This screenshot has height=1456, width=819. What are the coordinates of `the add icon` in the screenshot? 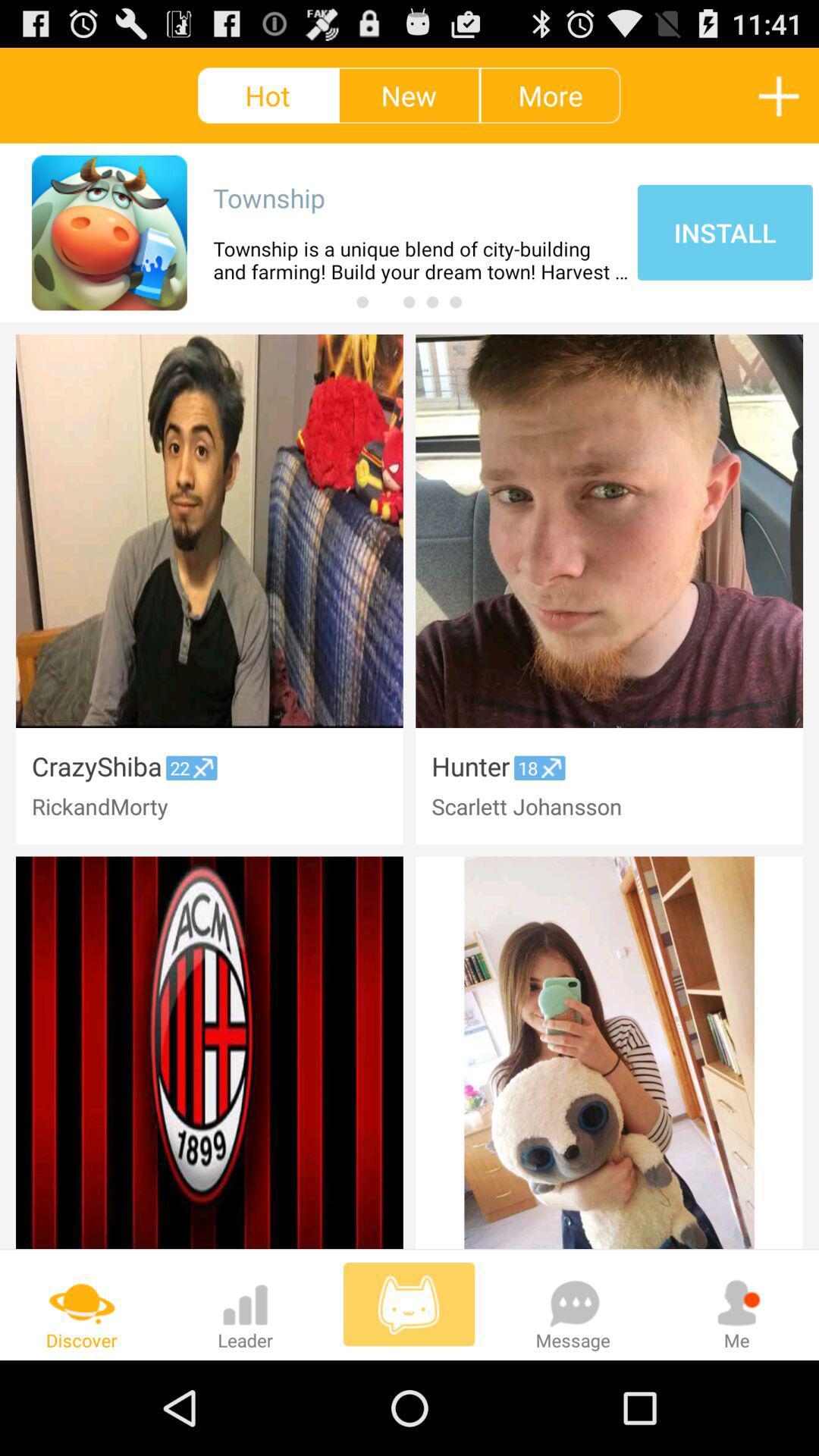 It's located at (779, 101).